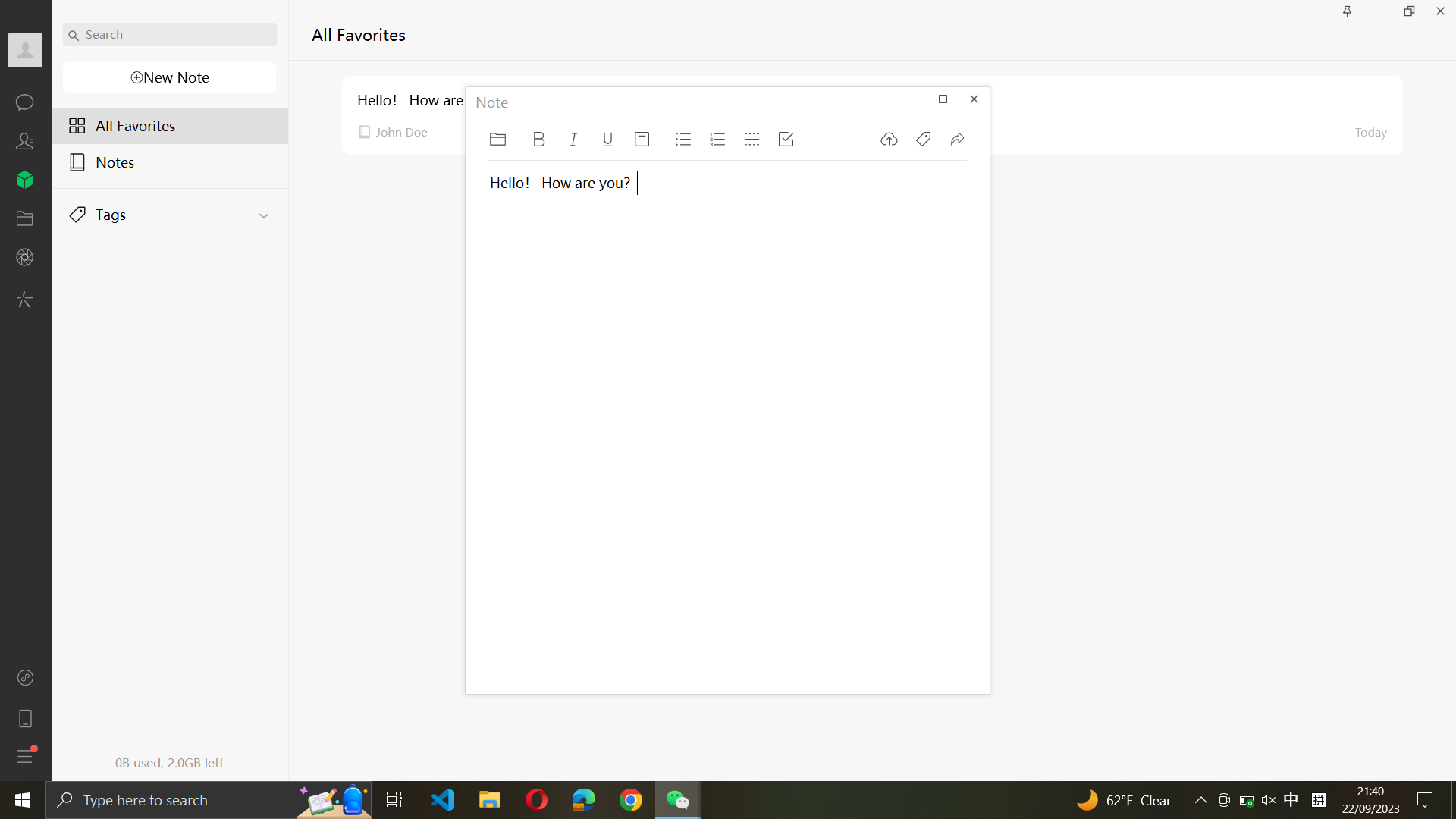 Image resolution: width=1456 pixels, height=819 pixels. What do you see at coordinates (168, 78) in the screenshot?
I see `Create a new note and write content - "This is a new Note` at bounding box center [168, 78].